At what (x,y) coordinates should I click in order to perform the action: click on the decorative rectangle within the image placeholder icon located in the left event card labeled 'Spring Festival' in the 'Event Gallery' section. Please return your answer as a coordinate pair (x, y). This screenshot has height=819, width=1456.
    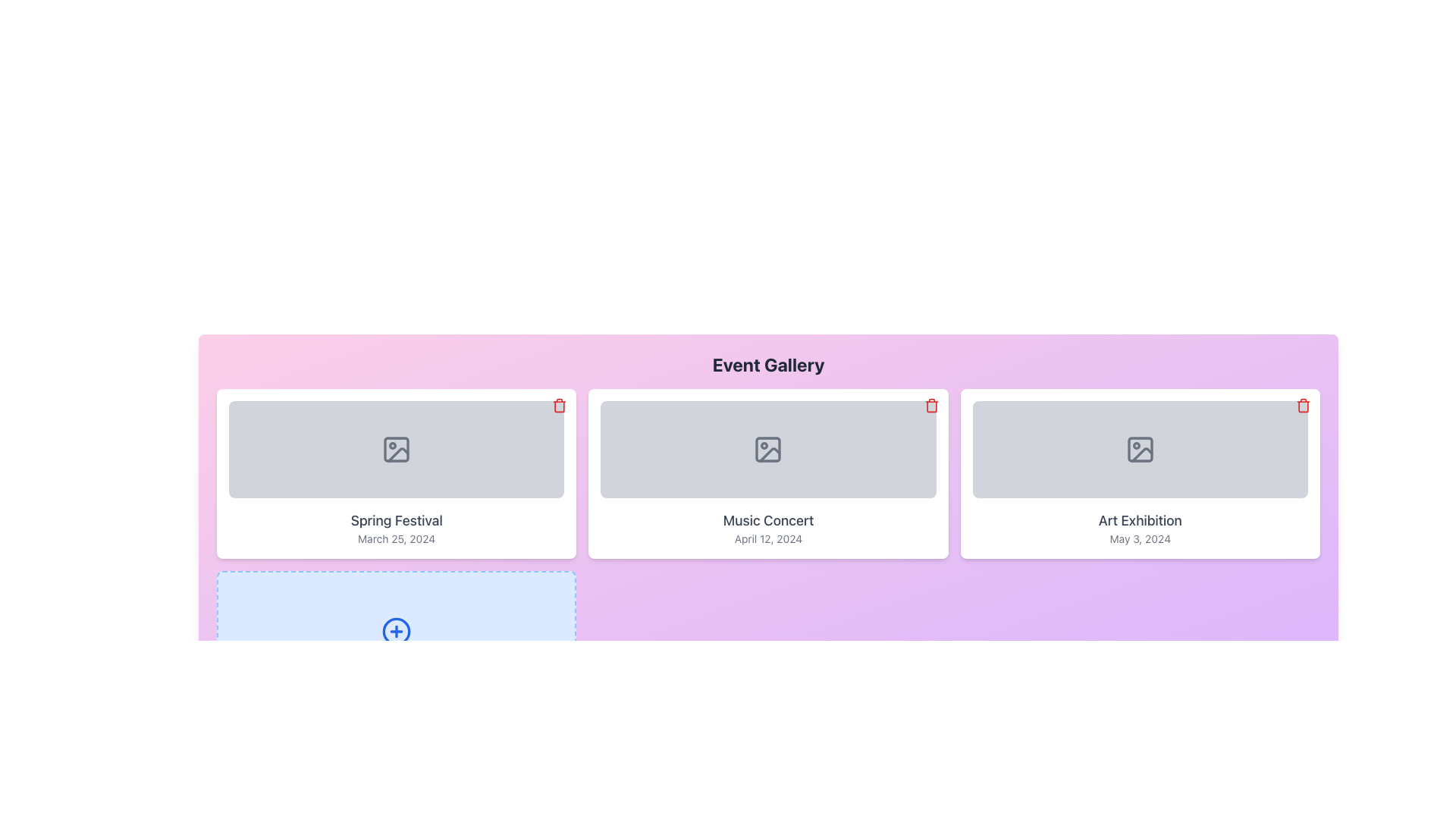
    Looking at the image, I should click on (397, 449).